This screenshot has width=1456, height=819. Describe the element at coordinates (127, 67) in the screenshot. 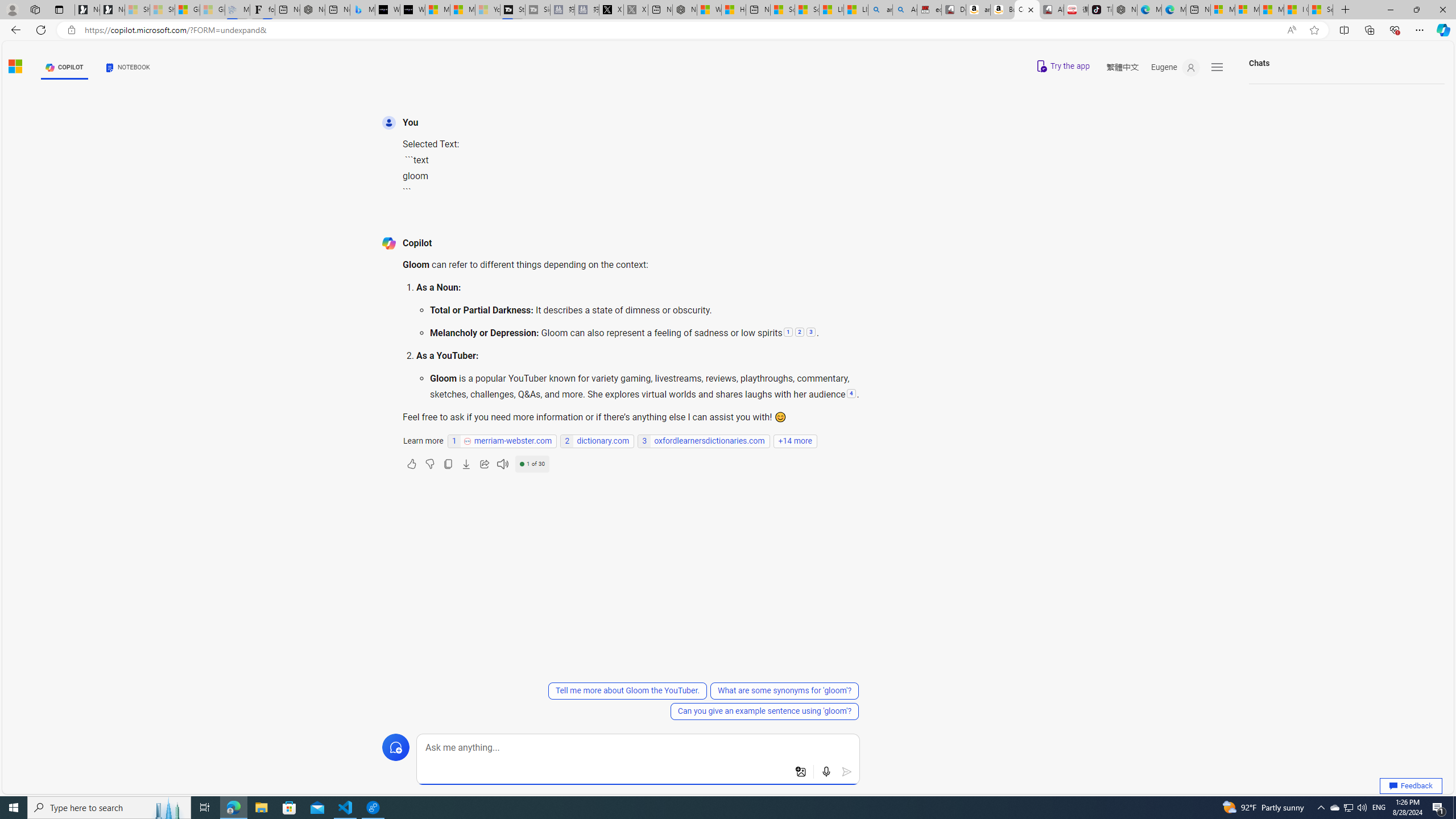

I see `'NOTEBOOK'` at that location.